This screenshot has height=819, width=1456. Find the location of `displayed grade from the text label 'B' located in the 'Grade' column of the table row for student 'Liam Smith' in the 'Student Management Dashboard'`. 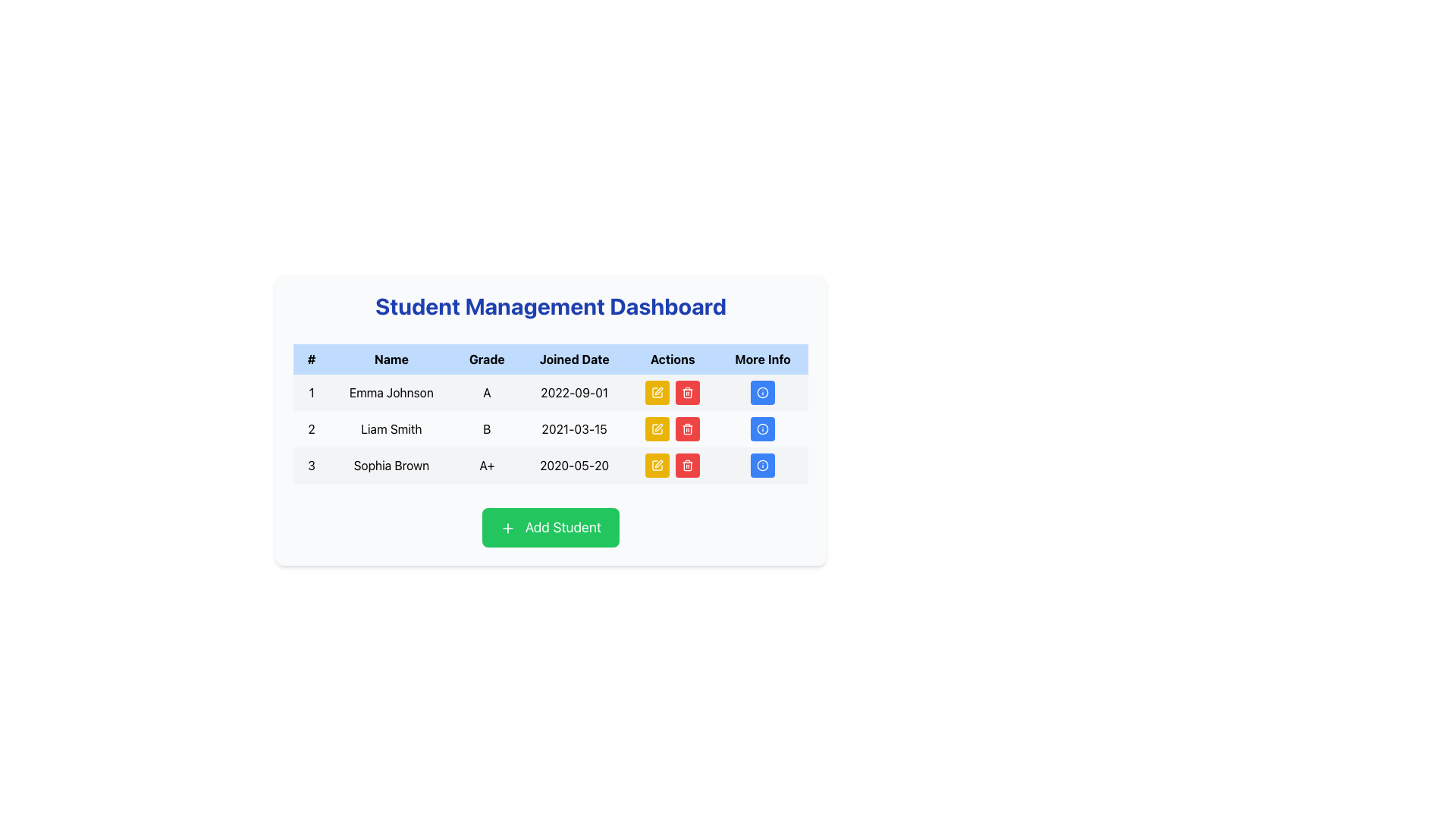

displayed grade from the text label 'B' located in the 'Grade' column of the table row for student 'Liam Smith' in the 'Student Management Dashboard' is located at coordinates (487, 429).